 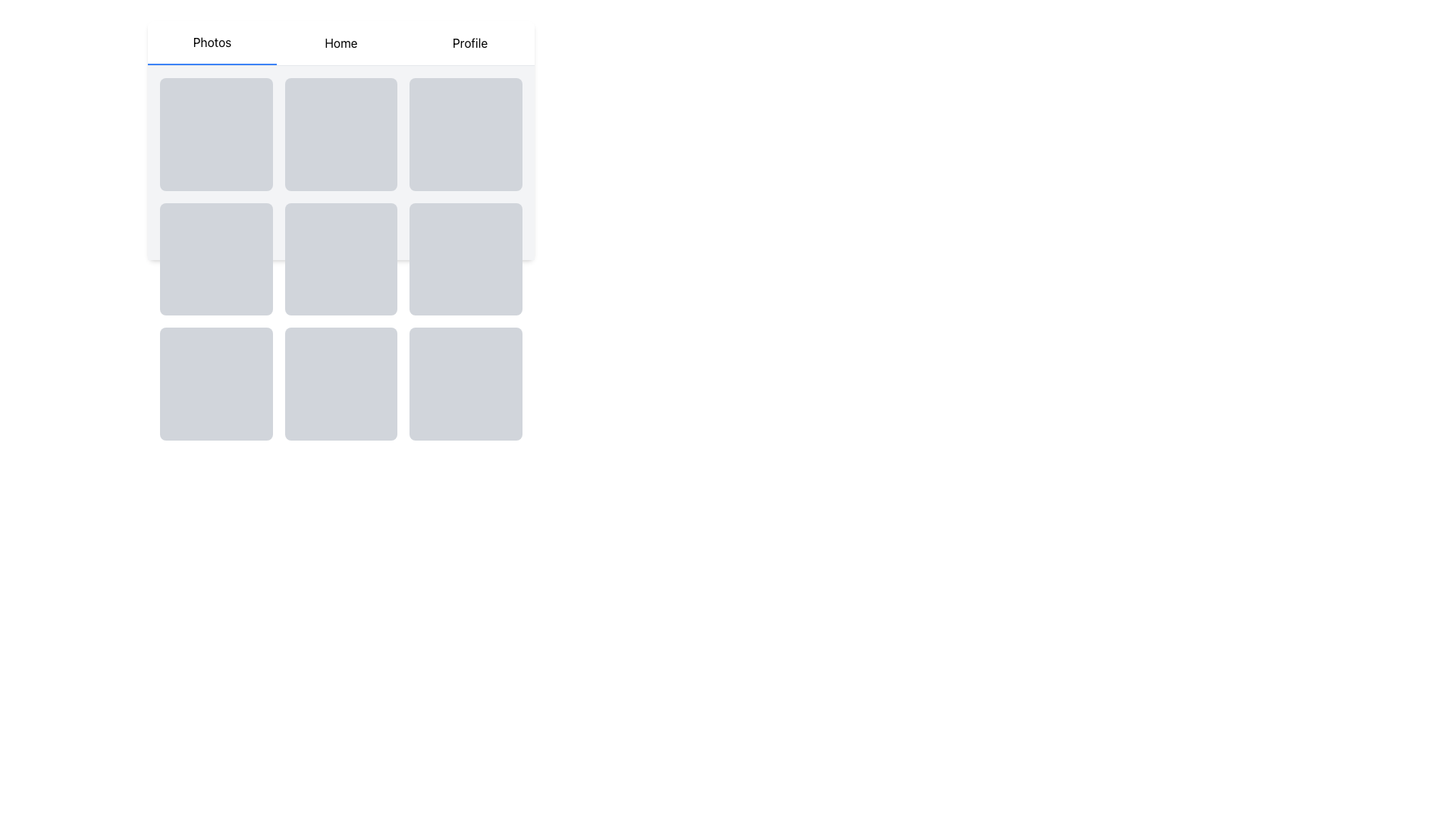 What do you see at coordinates (340, 383) in the screenshot?
I see `the center tile in the bottom row of the 3x3 grid layout` at bounding box center [340, 383].